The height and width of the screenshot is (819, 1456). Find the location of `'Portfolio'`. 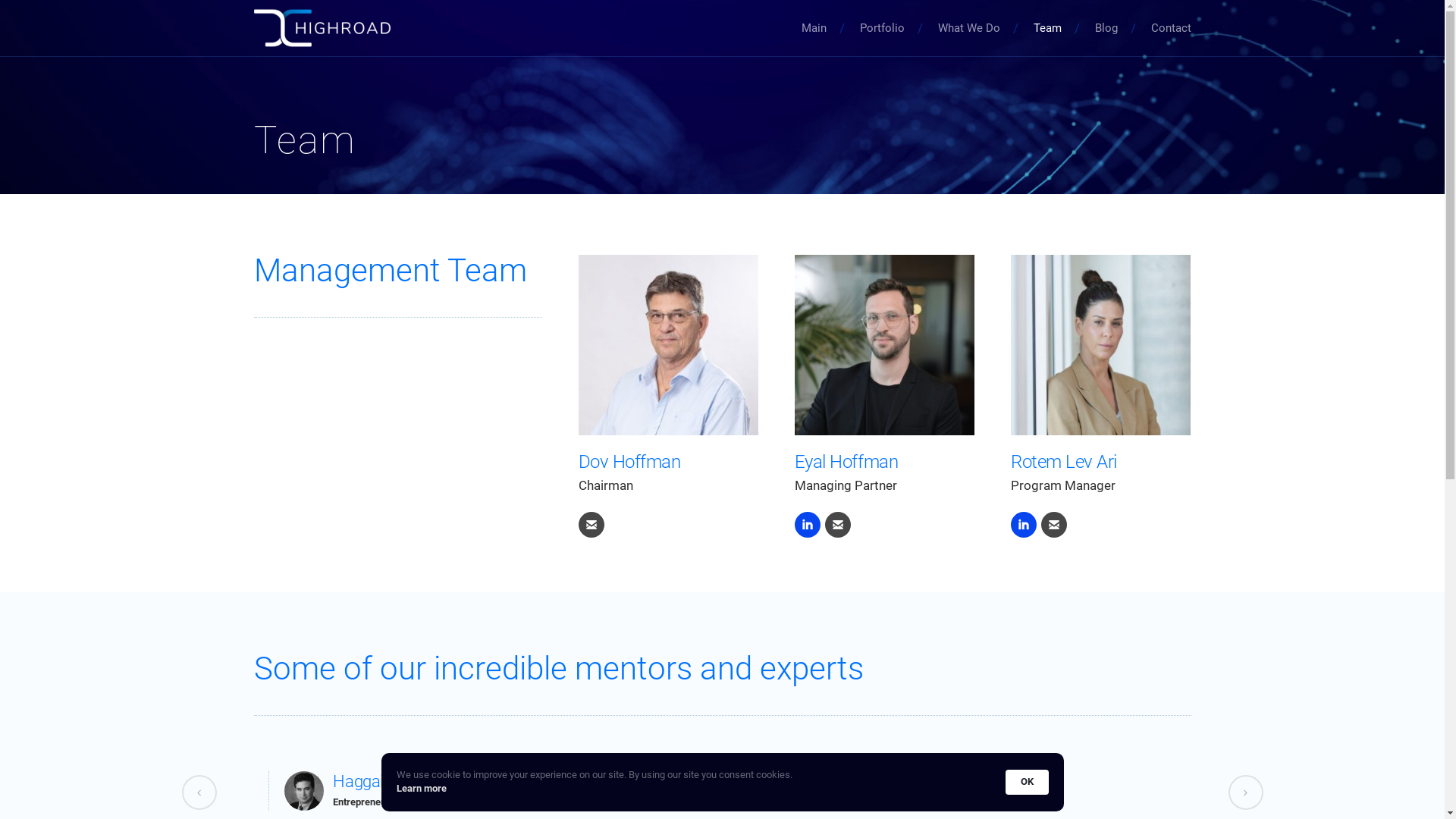

'Portfolio' is located at coordinates (882, 28).